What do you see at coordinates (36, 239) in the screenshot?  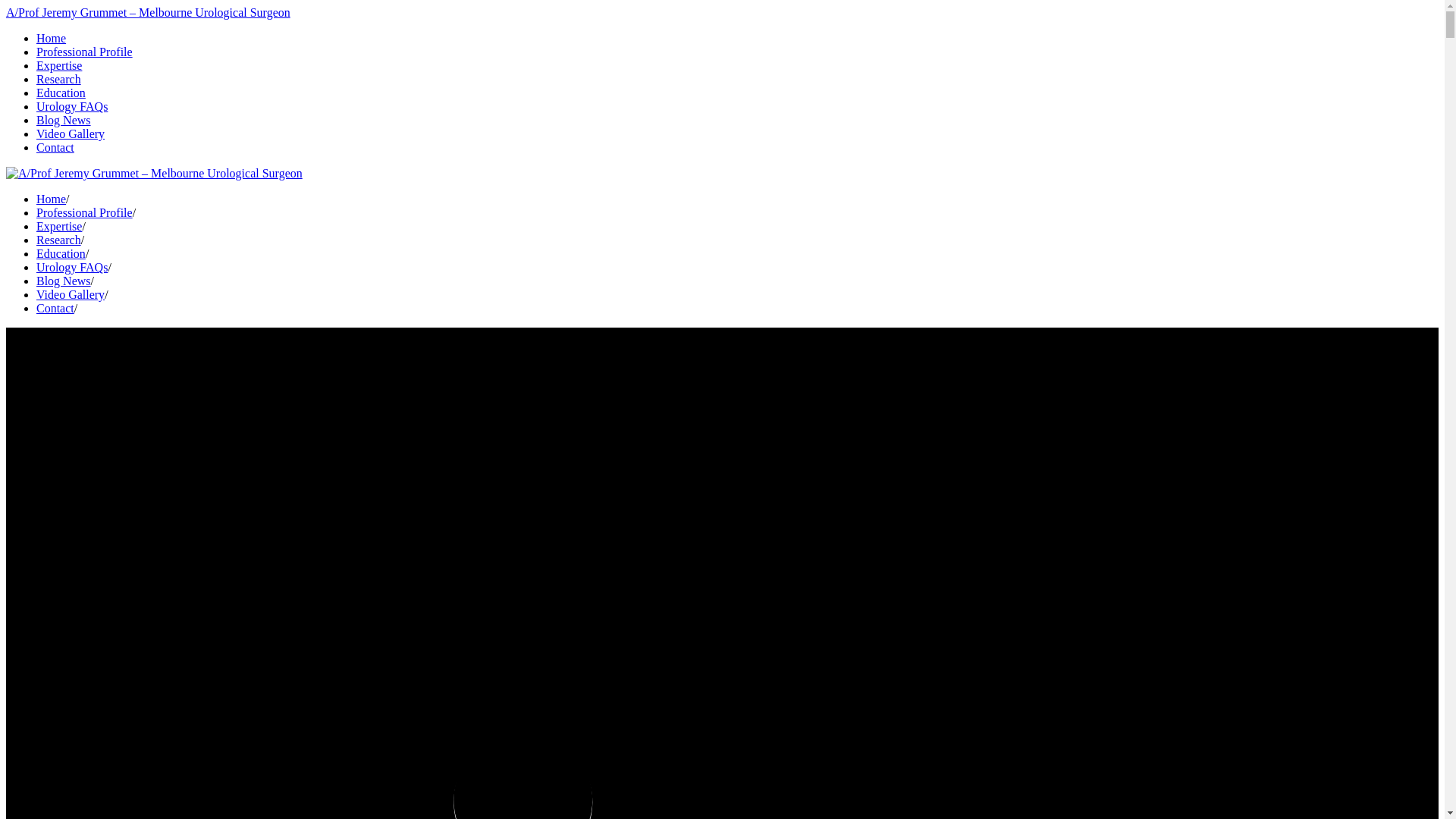 I see `'Research'` at bounding box center [36, 239].